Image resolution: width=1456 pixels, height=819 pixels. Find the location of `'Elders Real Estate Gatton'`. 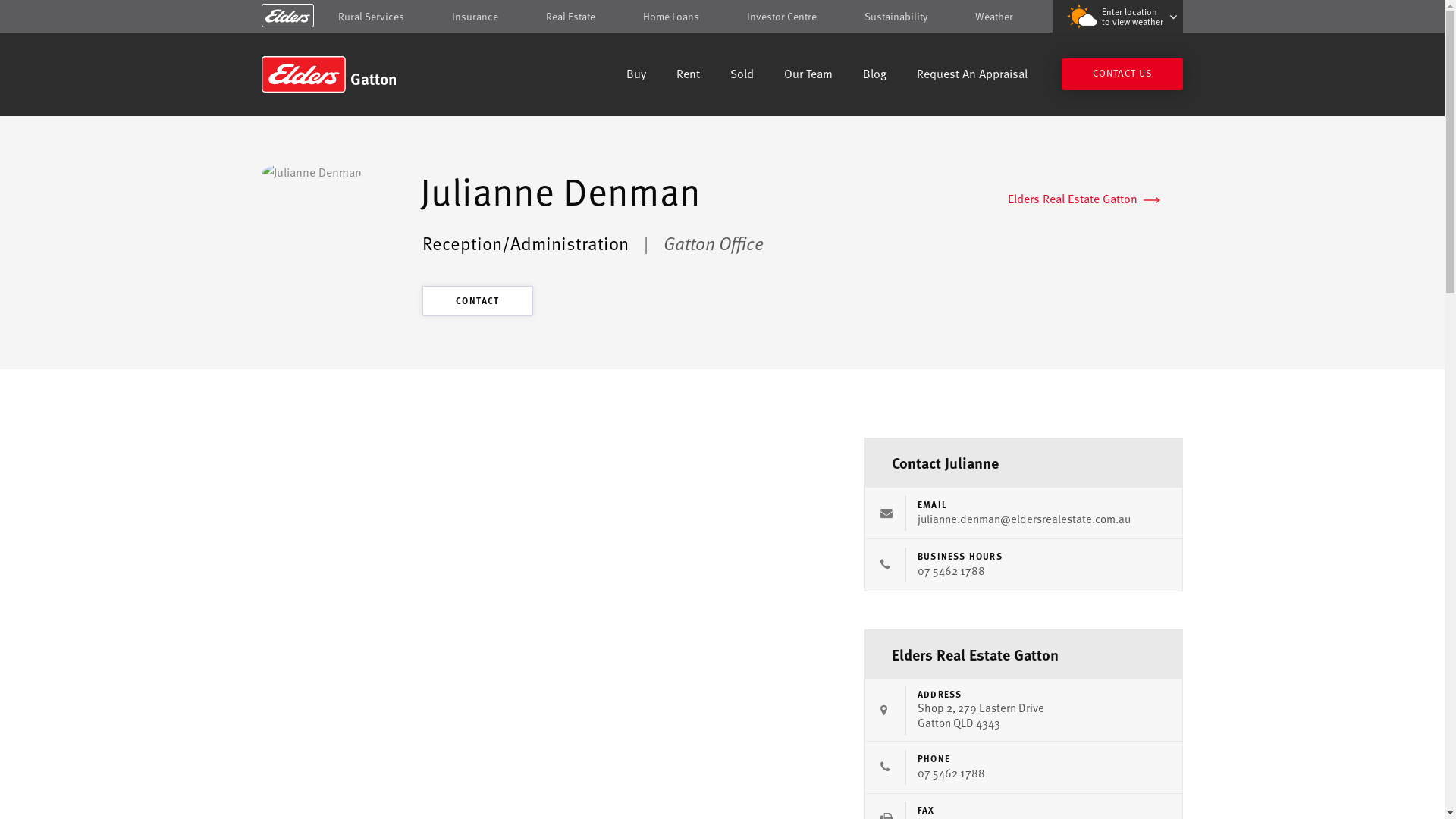

'Elders Real Estate Gatton' is located at coordinates (1008, 198).